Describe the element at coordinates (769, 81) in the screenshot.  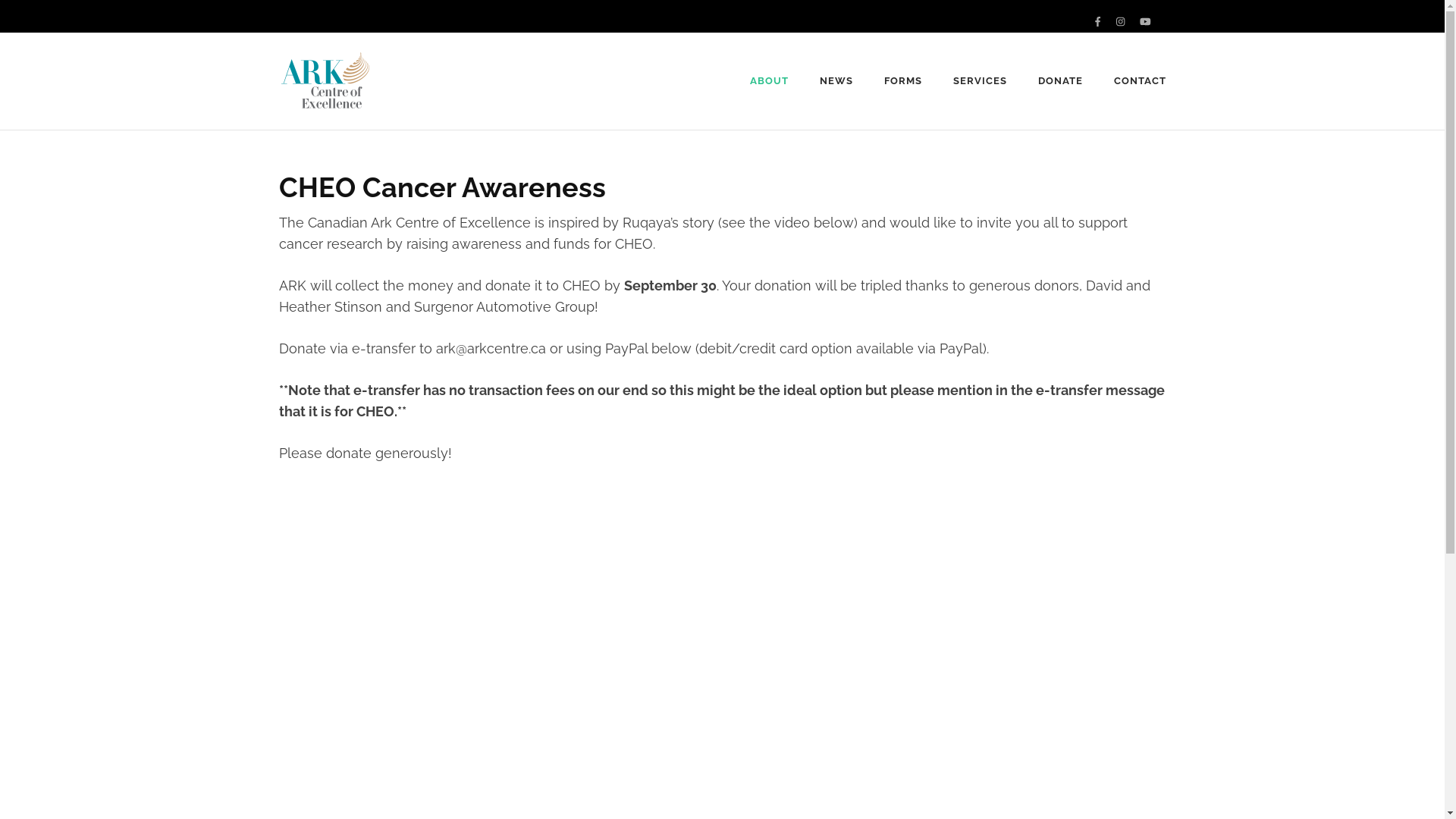
I see `'ABOUT'` at that location.